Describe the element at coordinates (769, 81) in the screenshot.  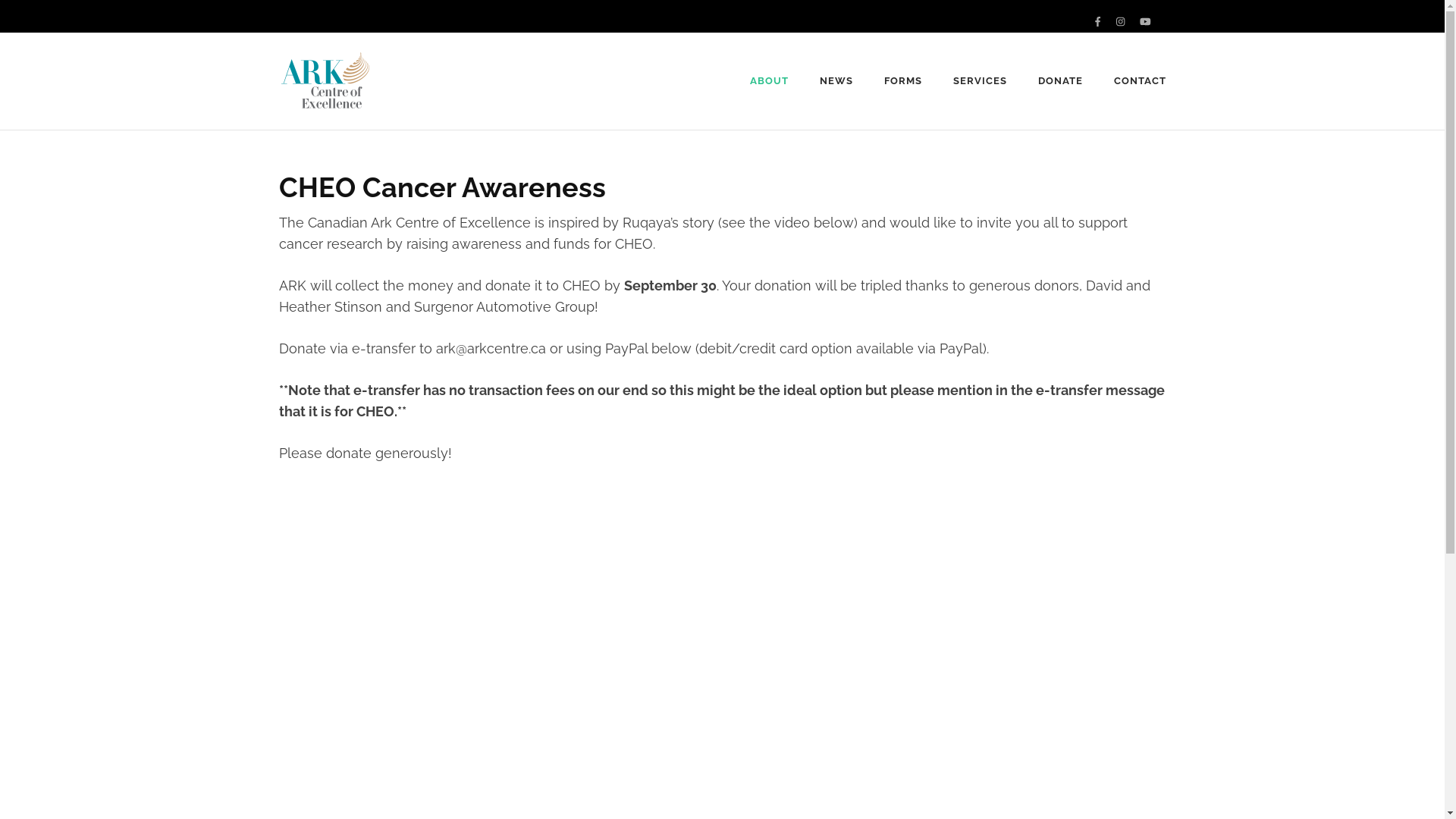
I see `'ABOUT'` at that location.